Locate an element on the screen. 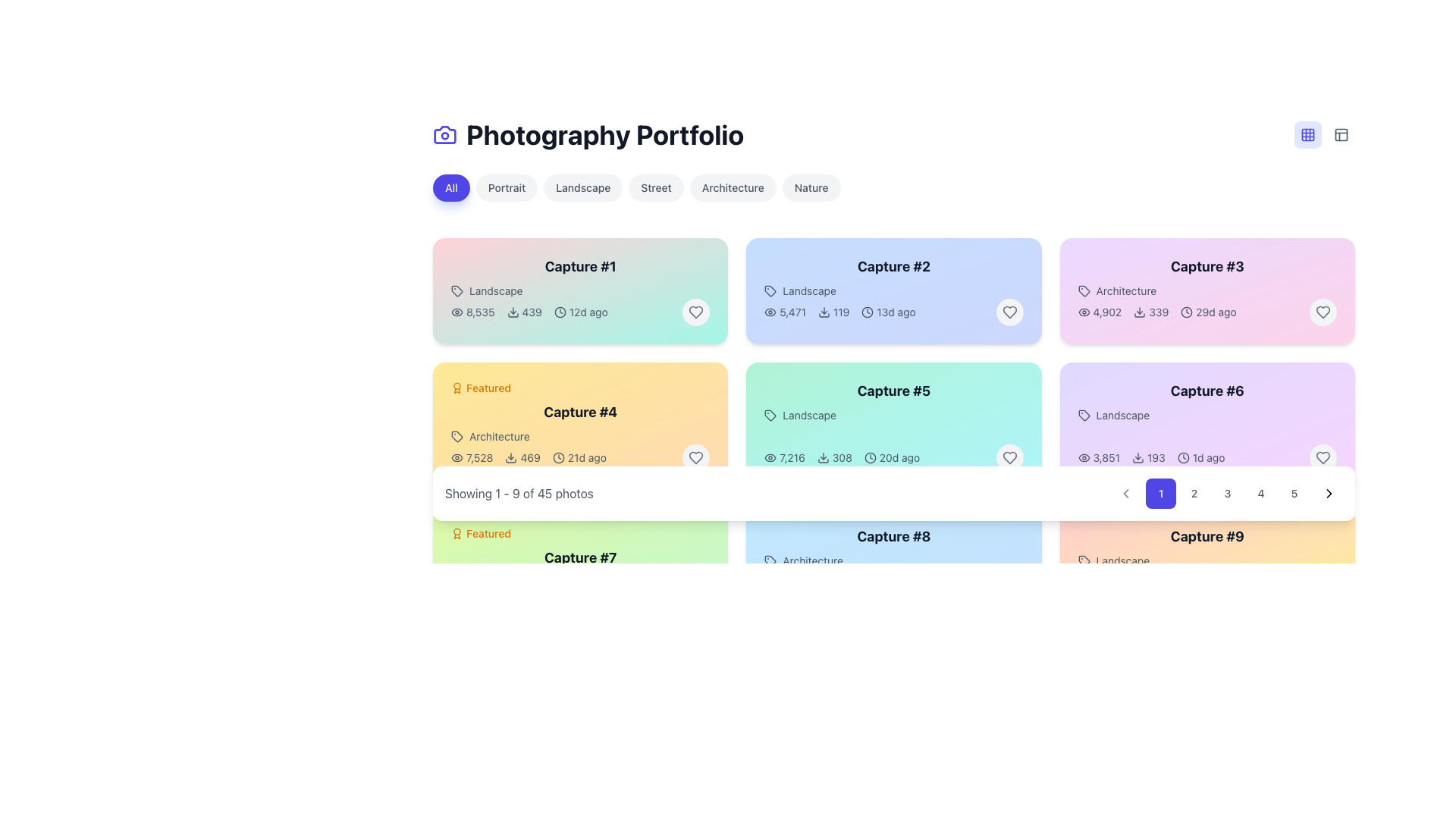  the photography portfolio card located in the top-left corner of the grid layout to observe the shadow transition effect is located at coordinates (579, 291).